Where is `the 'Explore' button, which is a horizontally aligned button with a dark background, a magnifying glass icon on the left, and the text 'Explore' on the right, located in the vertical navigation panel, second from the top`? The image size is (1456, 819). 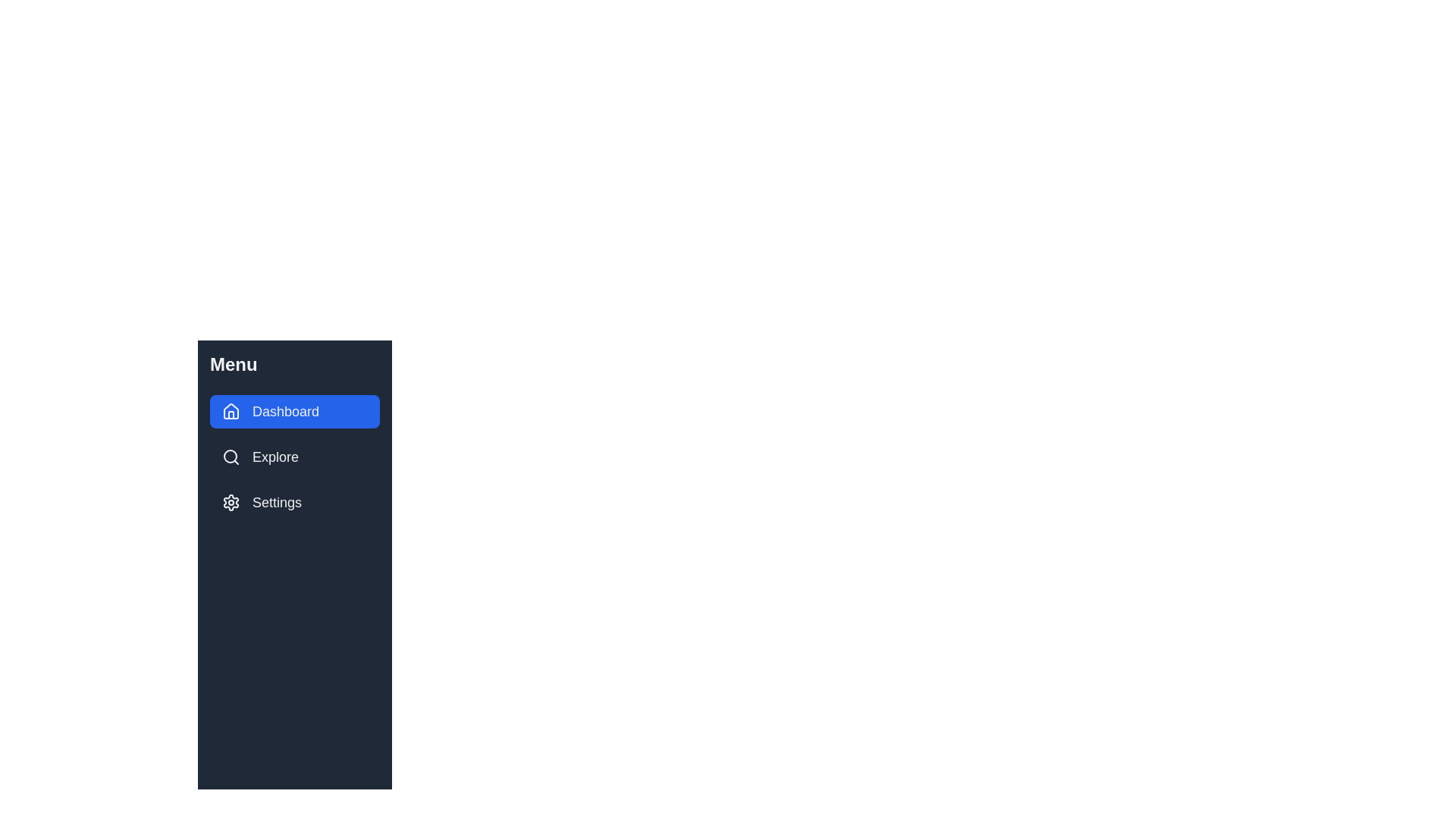 the 'Explore' button, which is a horizontally aligned button with a dark background, a magnifying glass icon on the left, and the text 'Explore' on the right, located in the vertical navigation panel, second from the top is located at coordinates (294, 456).